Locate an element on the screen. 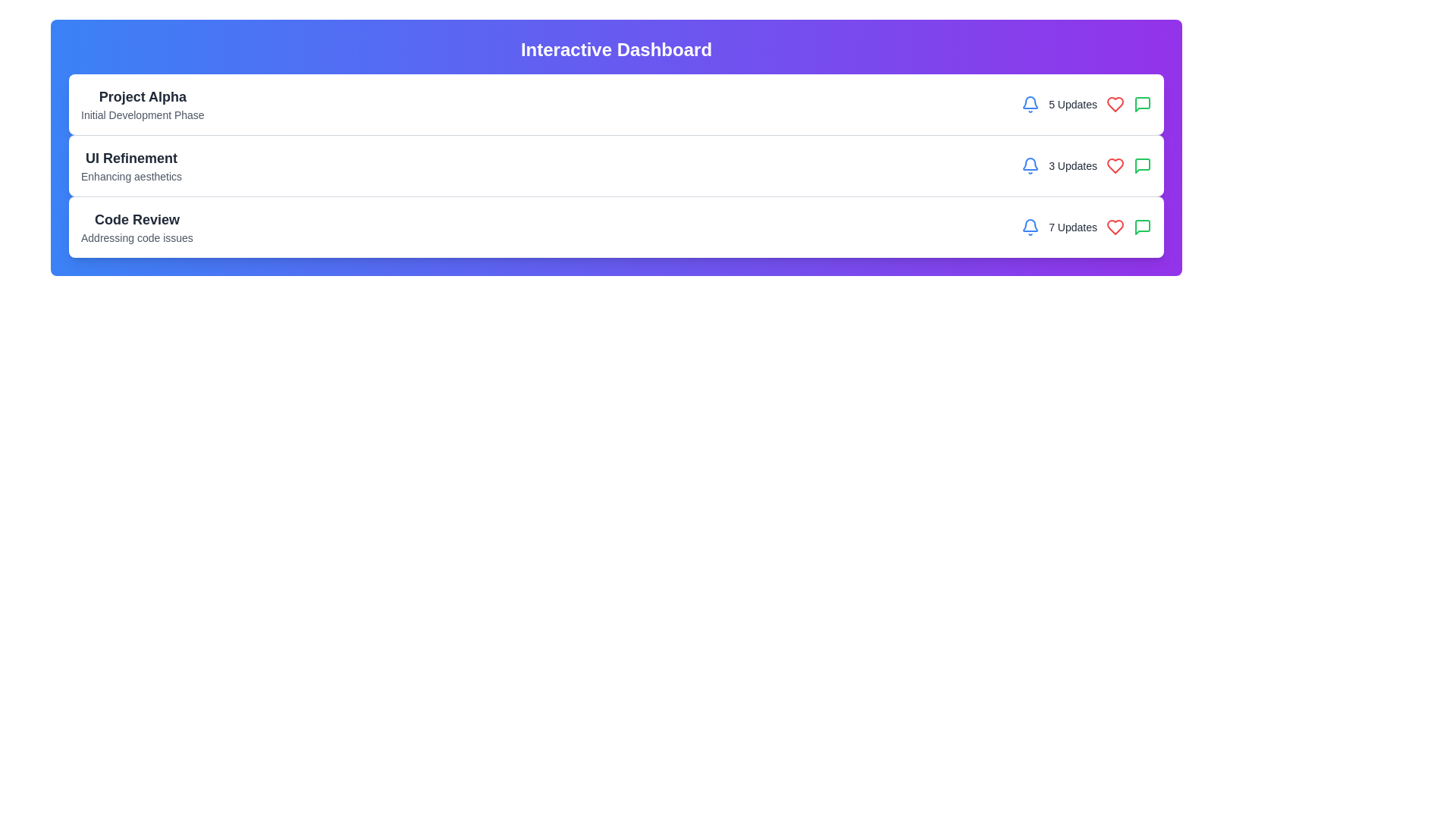 This screenshot has width=1456, height=819. the main title text element at the topmost row of the dashboard, which indicates the overall purpose or theme of the section is located at coordinates (616, 49).